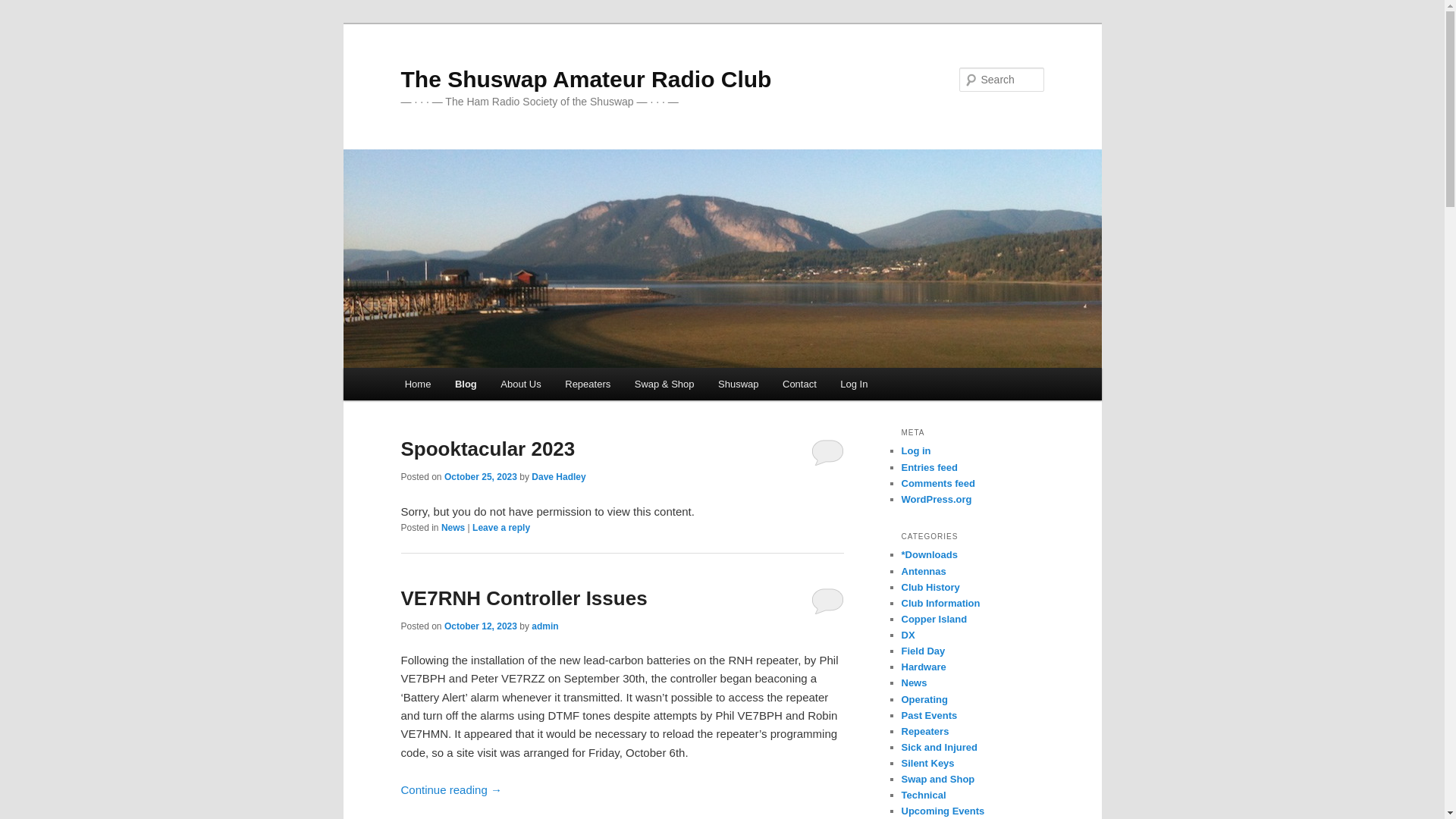 This screenshot has height=819, width=1456. Describe the element at coordinates (907, 635) in the screenshot. I see `'DX'` at that location.